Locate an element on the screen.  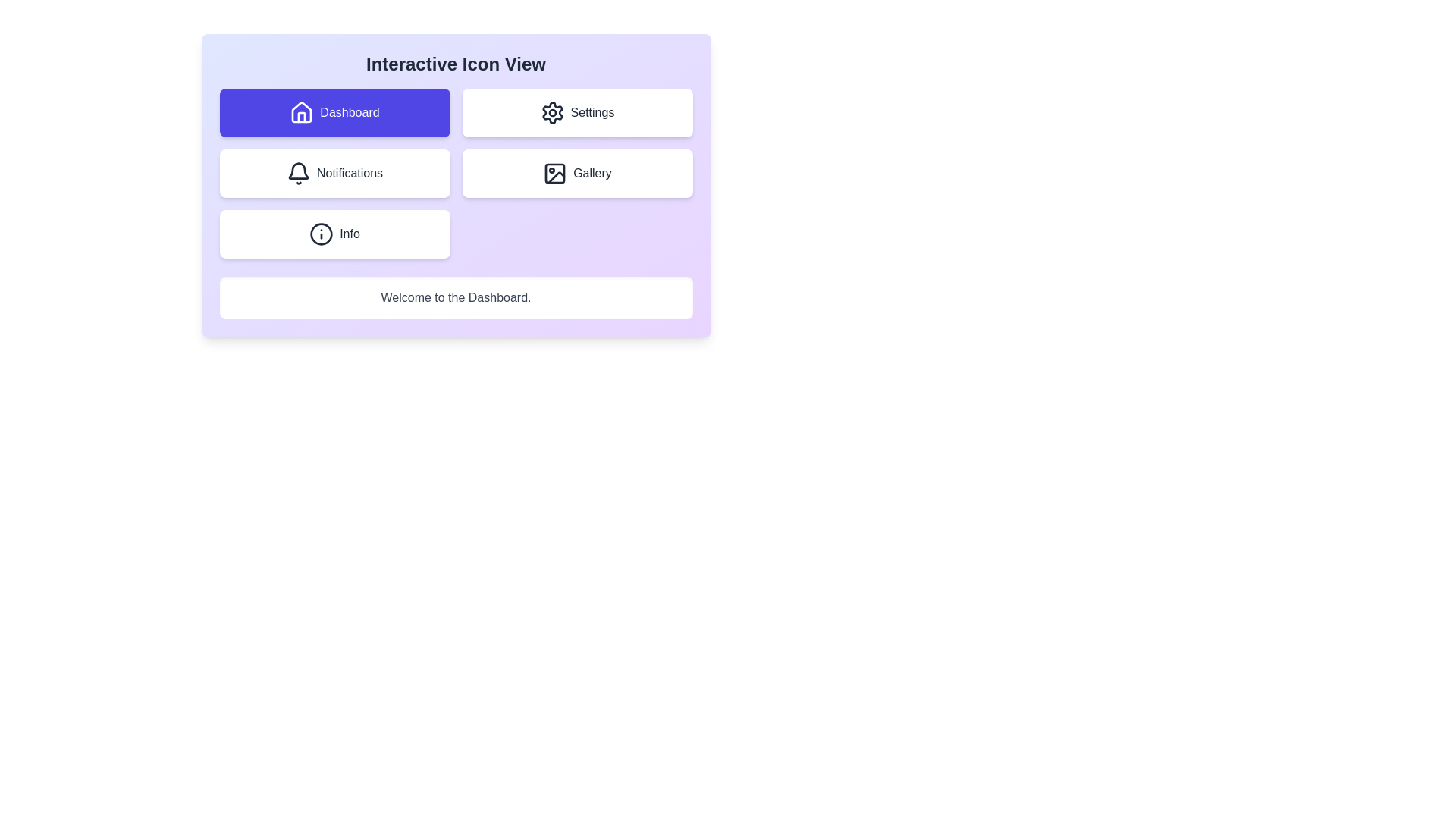
text content of the 'Gallery' text label, which is positioned below the 'Settings' button and to the right of an image icon is located at coordinates (591, 172).